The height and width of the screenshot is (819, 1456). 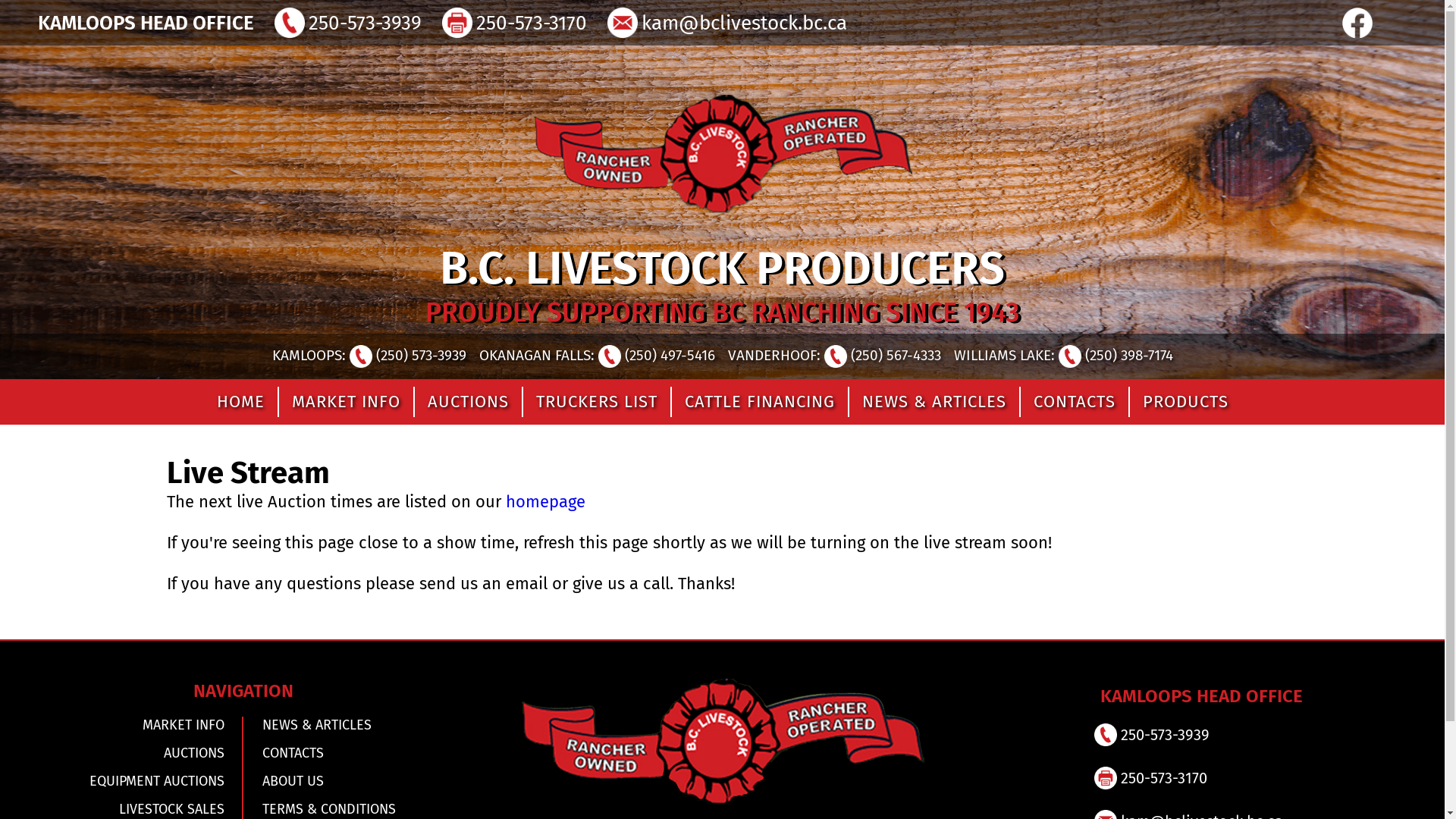 What do you see at coordinates (130, 808) in the screenshot?
I see `'LIVESTOCK SALES'` at bounding box center [130, 808].